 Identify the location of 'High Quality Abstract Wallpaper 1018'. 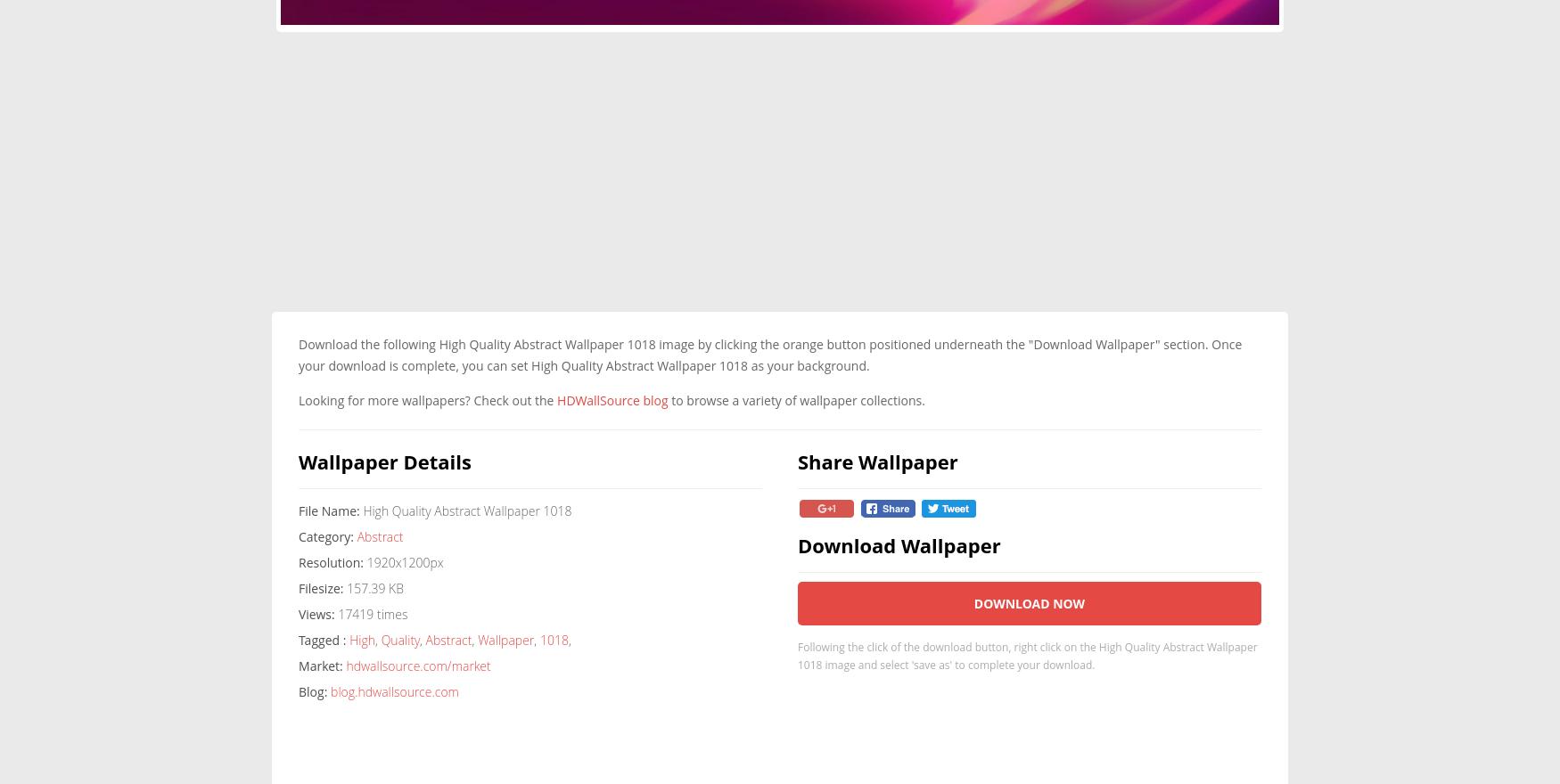
(464, 510).